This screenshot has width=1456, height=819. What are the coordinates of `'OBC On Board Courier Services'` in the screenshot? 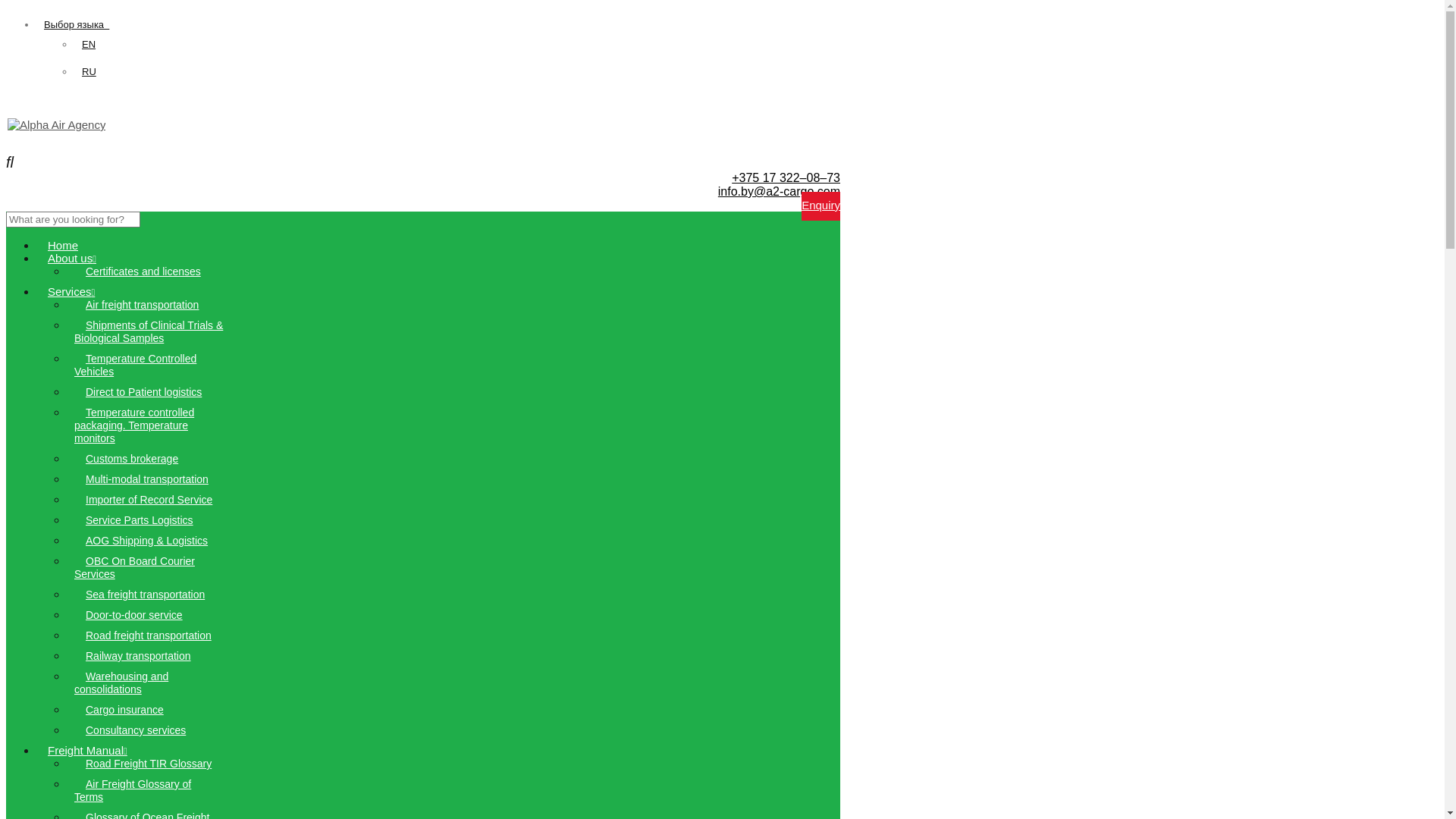 It's located at (134, 567).